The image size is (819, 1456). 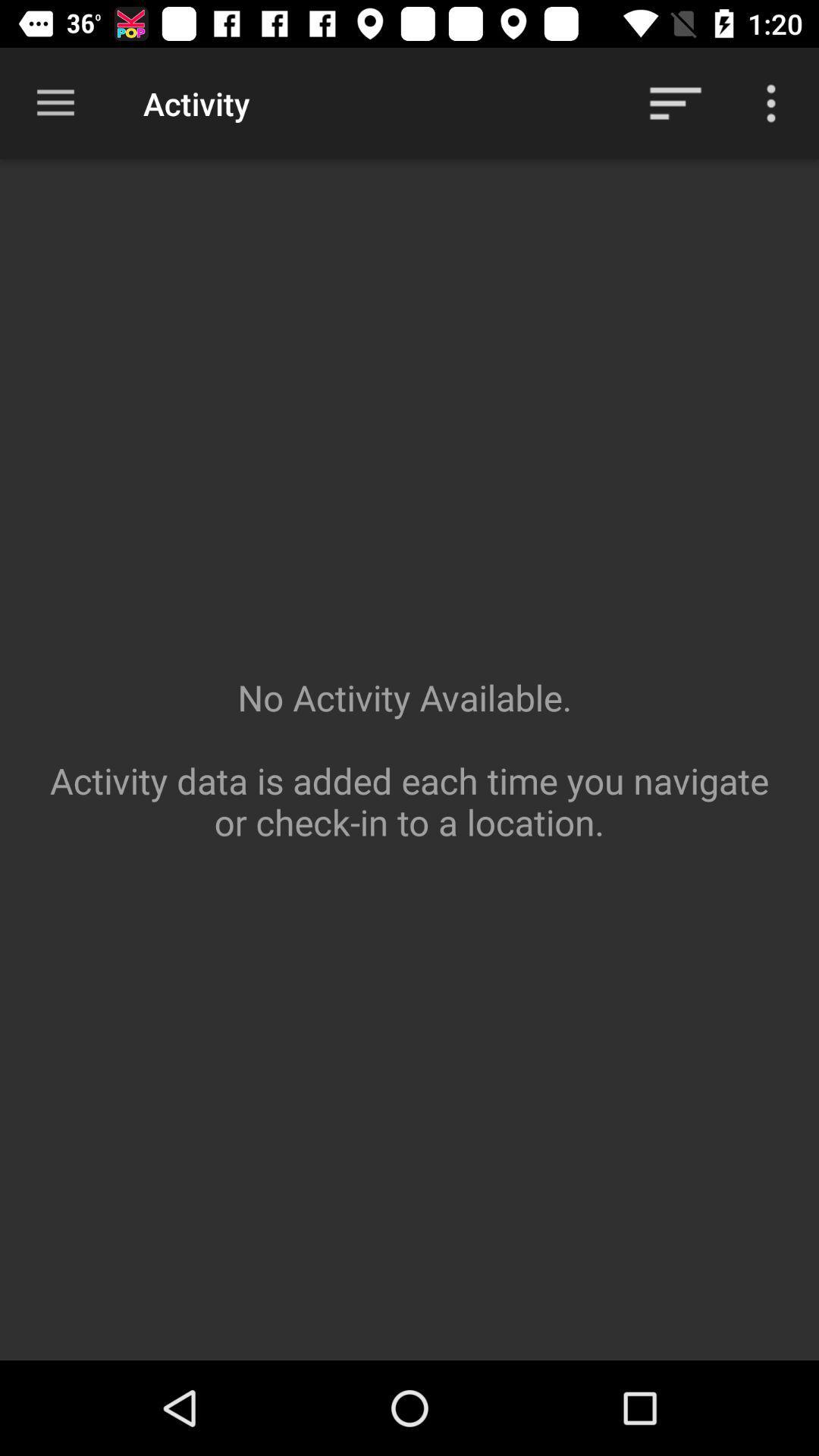 What do you see at coordinates (675, 102) in the screenshot?
I see `the icon above the no activity available icon` at bounding box center [675, 102].